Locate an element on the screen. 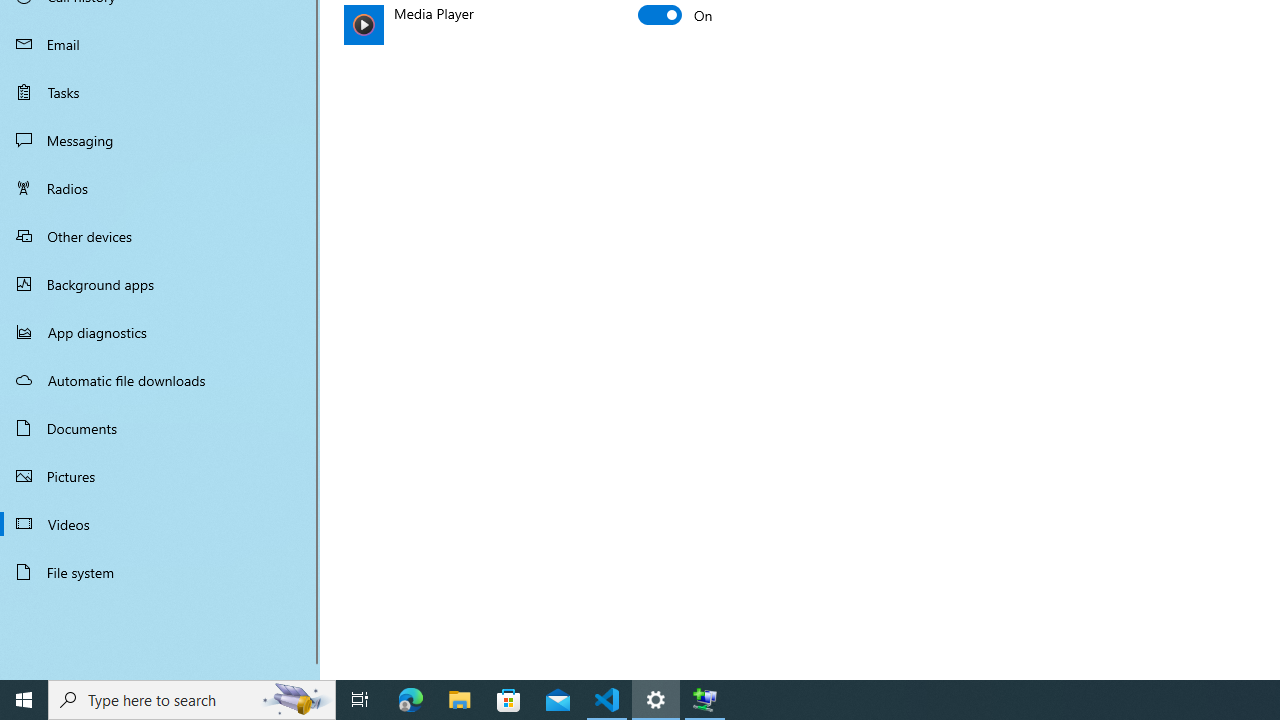 The width and height of the screenshot is (1280, 720). 'Background apps' is located at coordinates (160, 284).